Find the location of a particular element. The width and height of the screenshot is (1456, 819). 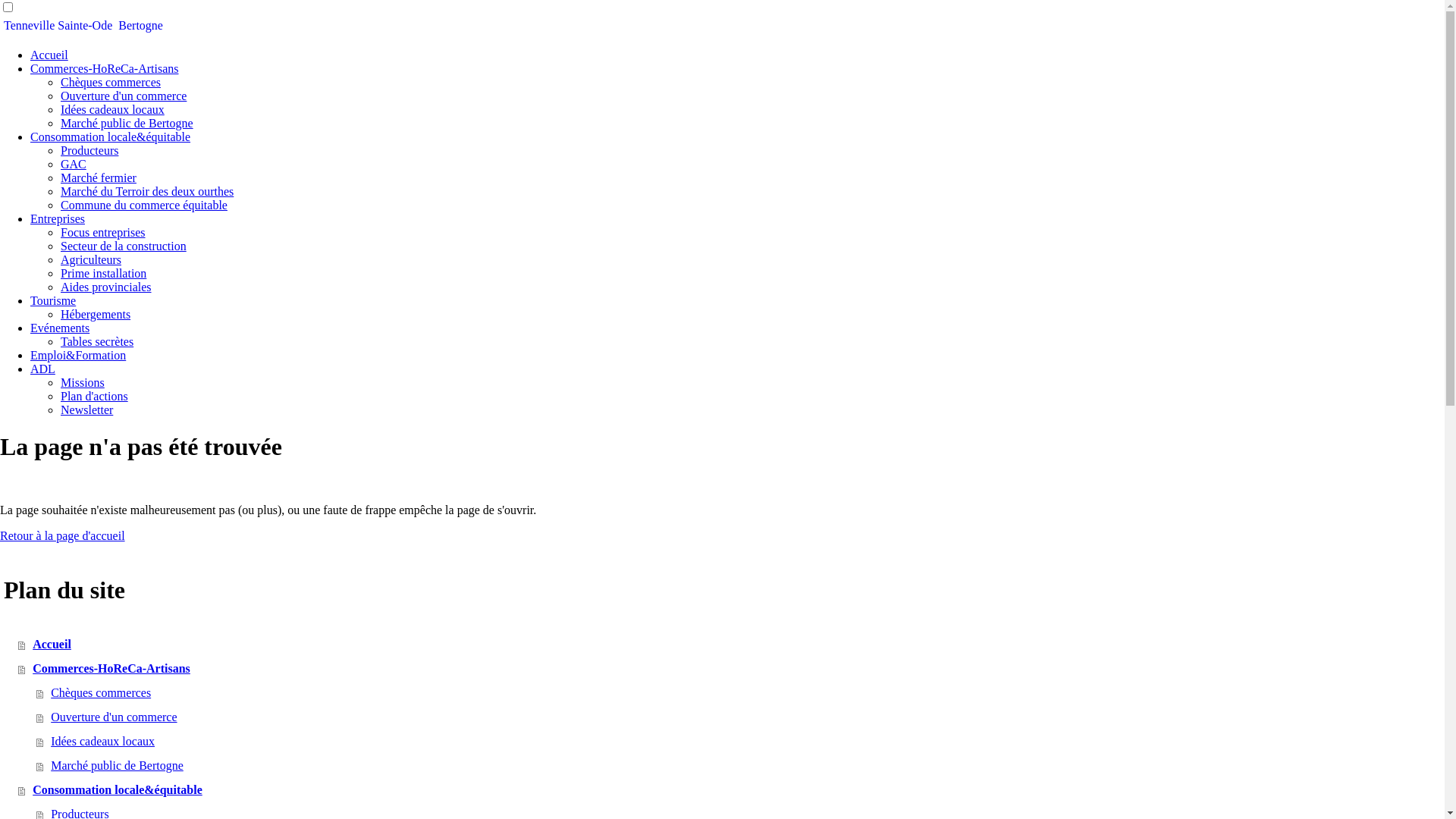

'Emploi&Formation' is located at coordinates (77, 355).